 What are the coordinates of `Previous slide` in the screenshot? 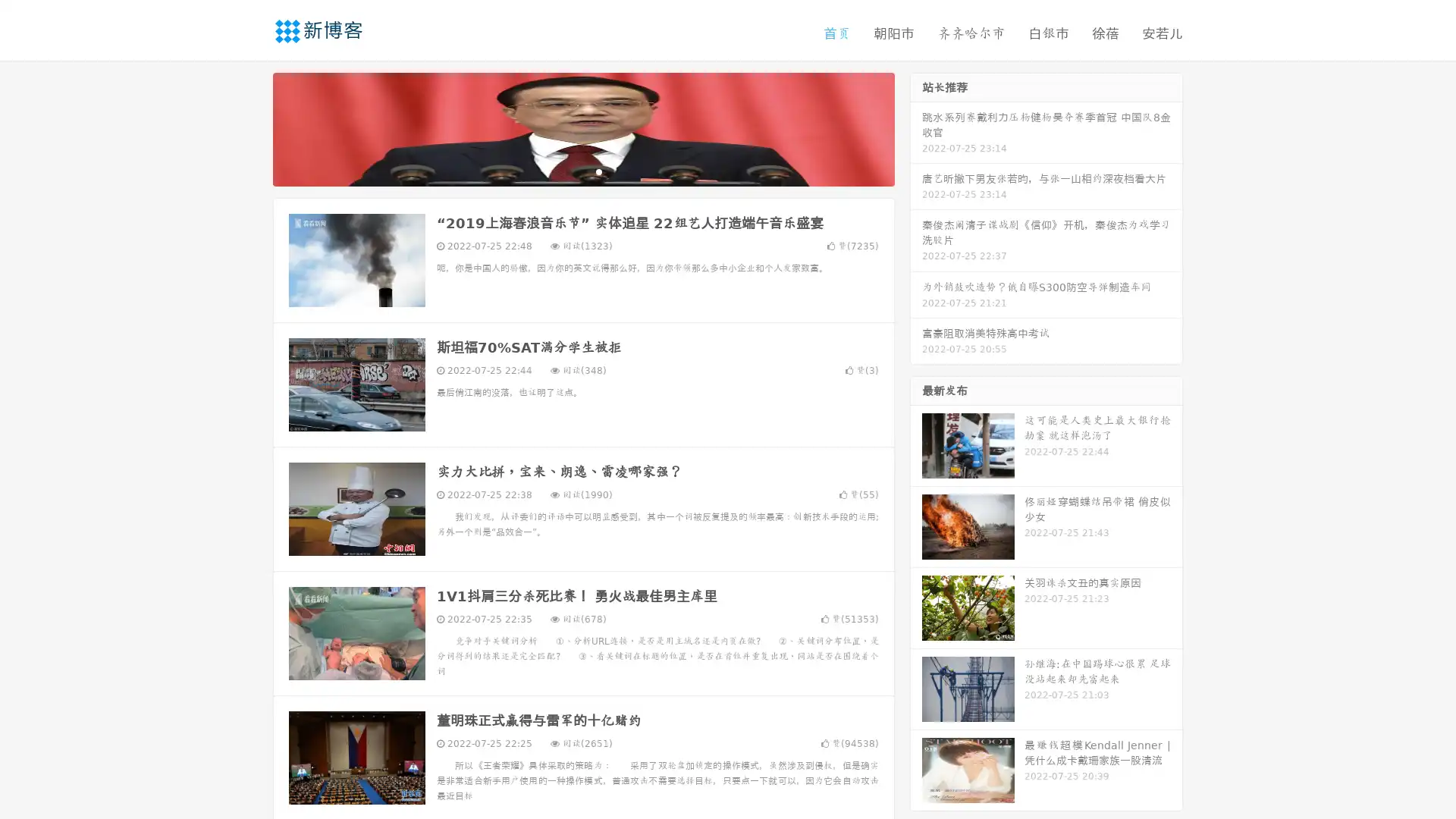 It's located at (250, 127).